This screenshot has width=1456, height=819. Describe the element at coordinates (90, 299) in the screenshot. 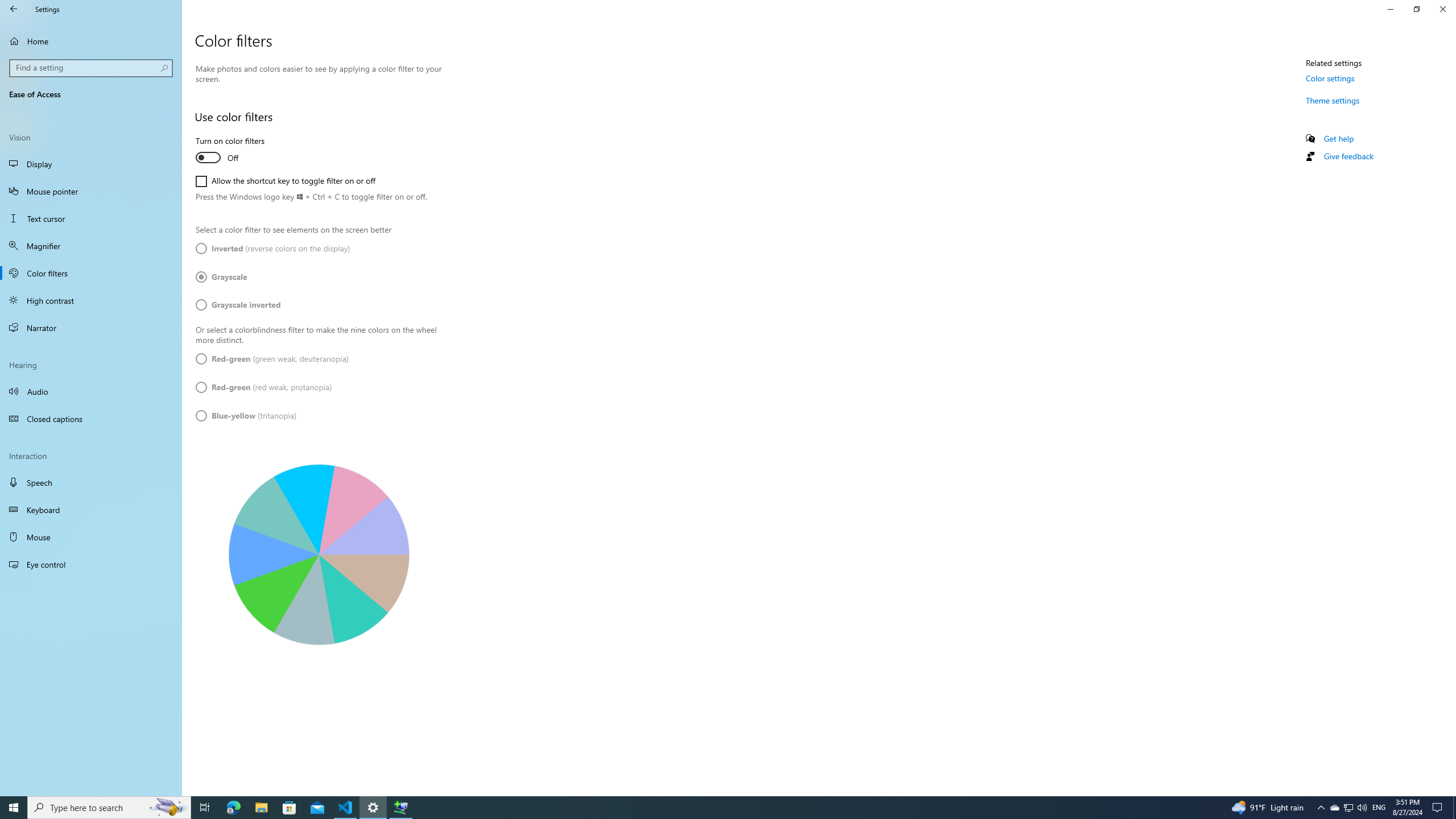

I see `'High contrast'` at that location.